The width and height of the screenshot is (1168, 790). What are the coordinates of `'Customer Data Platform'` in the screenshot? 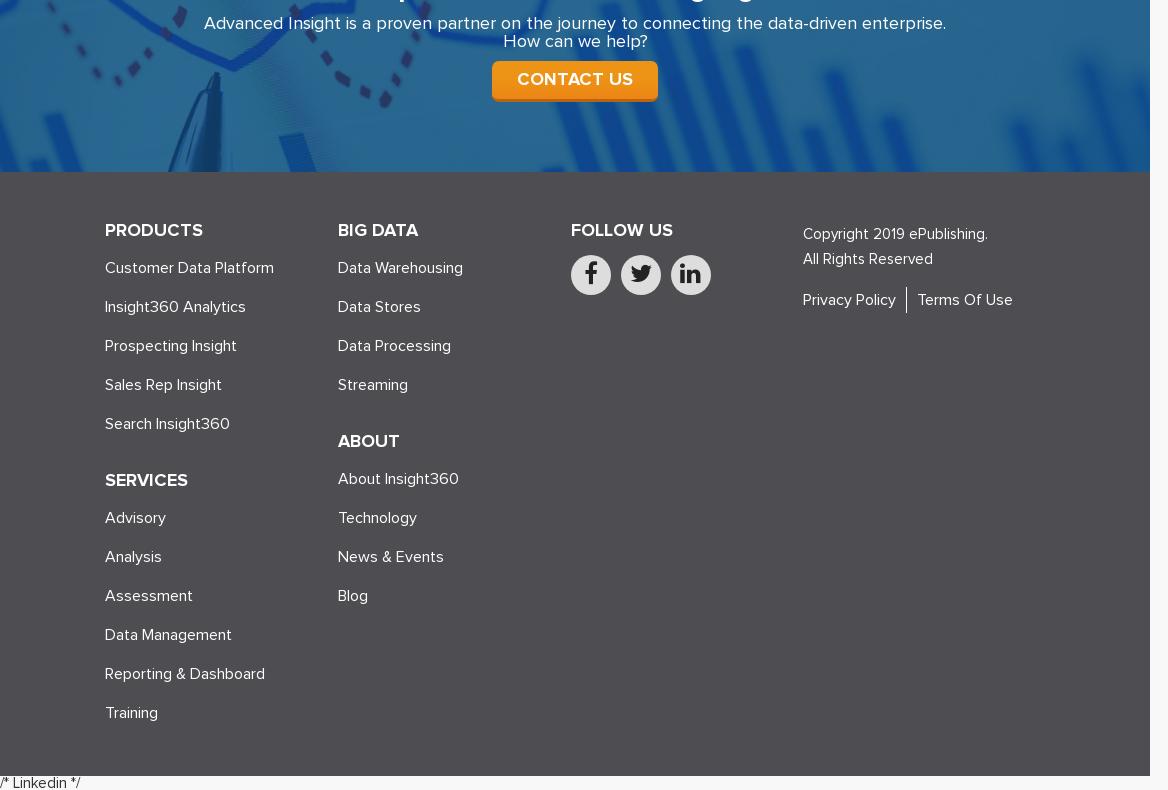 It's located at (189, 266).